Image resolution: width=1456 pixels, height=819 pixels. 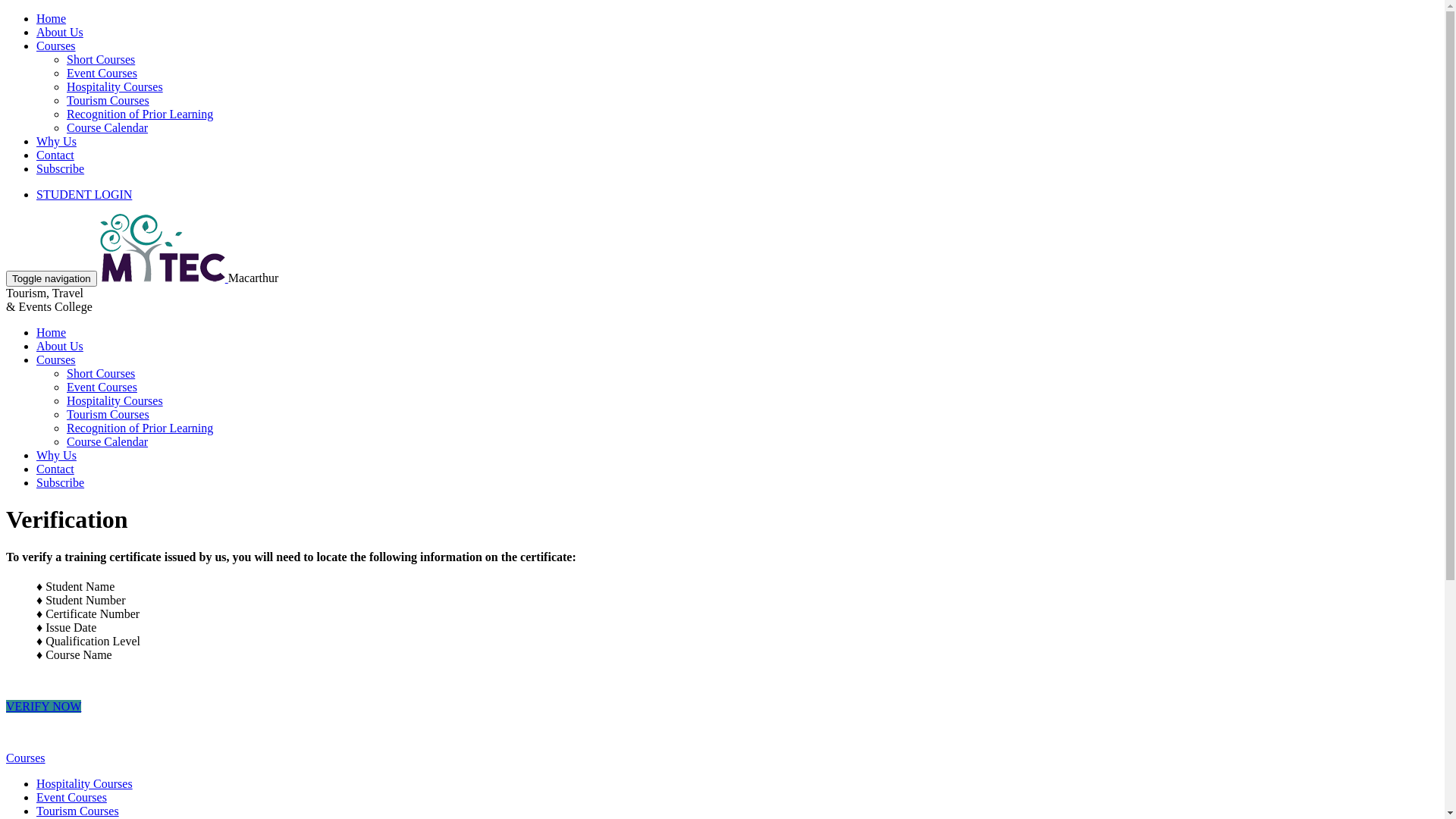 What do you see at coordinates (36, 482) in the screenshot?
I see `'Subscribe'` at bounding box center [36, 482].